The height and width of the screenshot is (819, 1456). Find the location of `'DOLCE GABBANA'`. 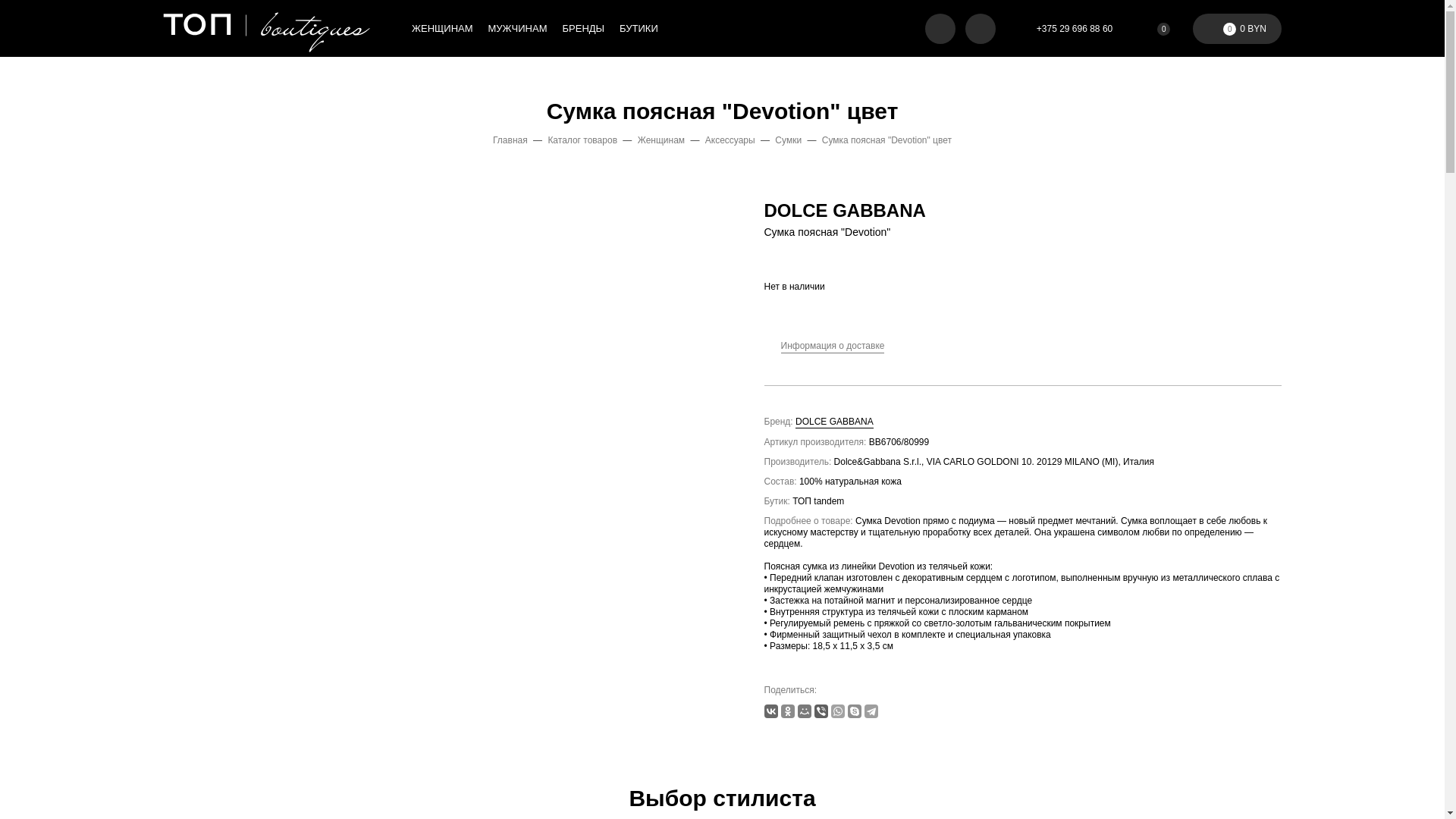

'DOLCE GABBANA' is located at coordinates (833, 422).